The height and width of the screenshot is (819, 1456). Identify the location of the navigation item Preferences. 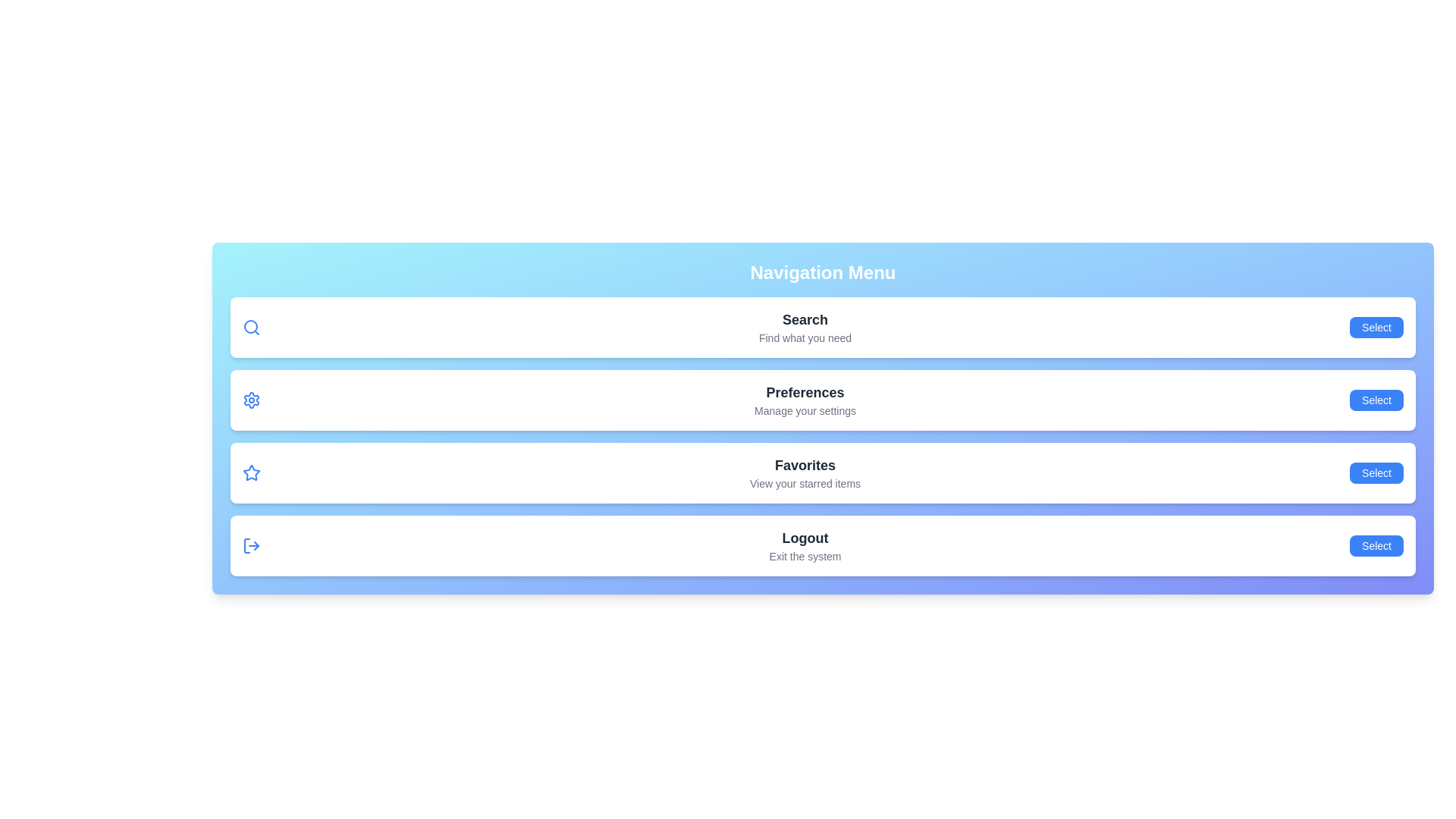
(1376, 400).